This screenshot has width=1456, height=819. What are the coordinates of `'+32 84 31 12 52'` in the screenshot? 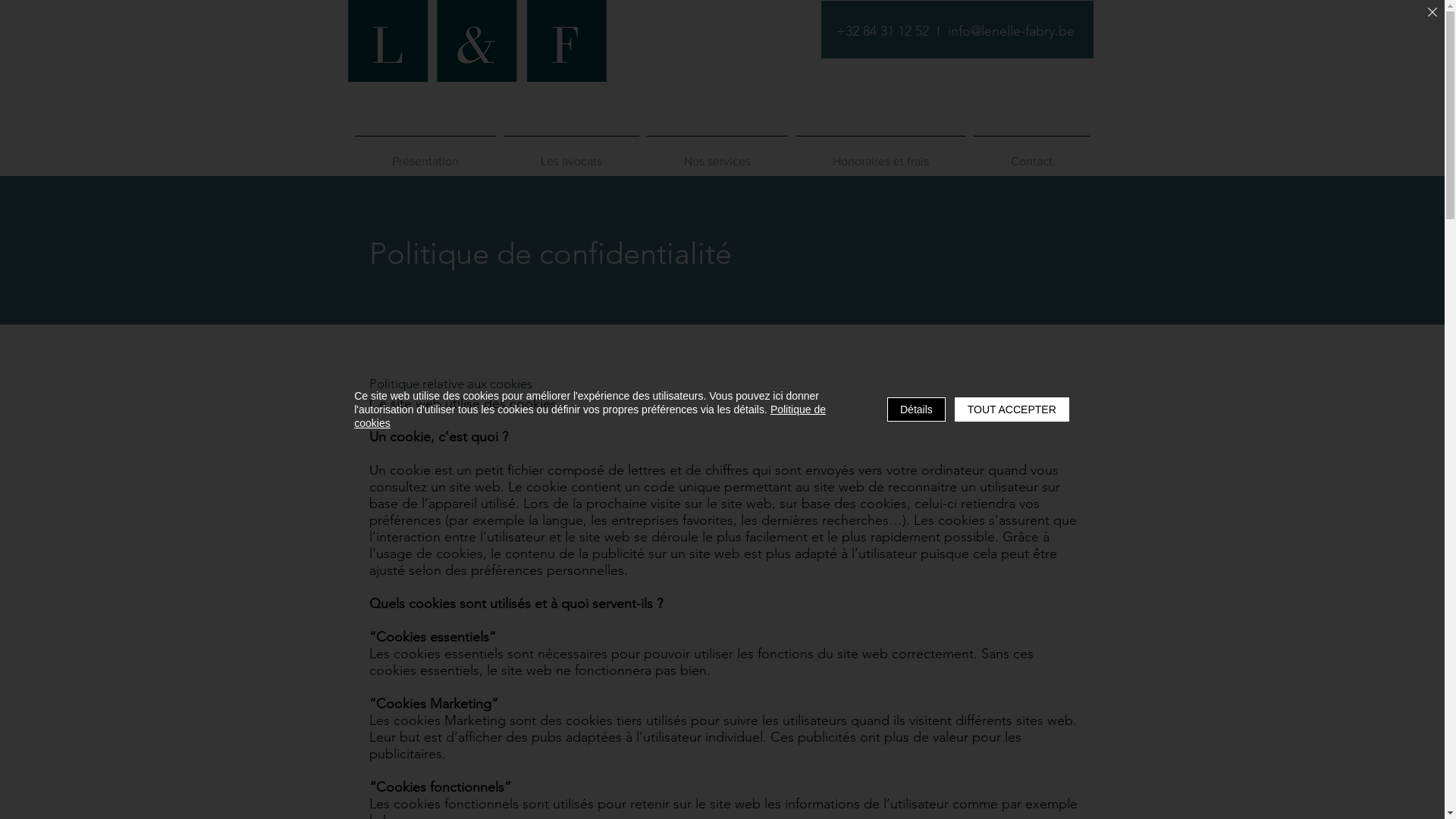 It's located at (881, 31).